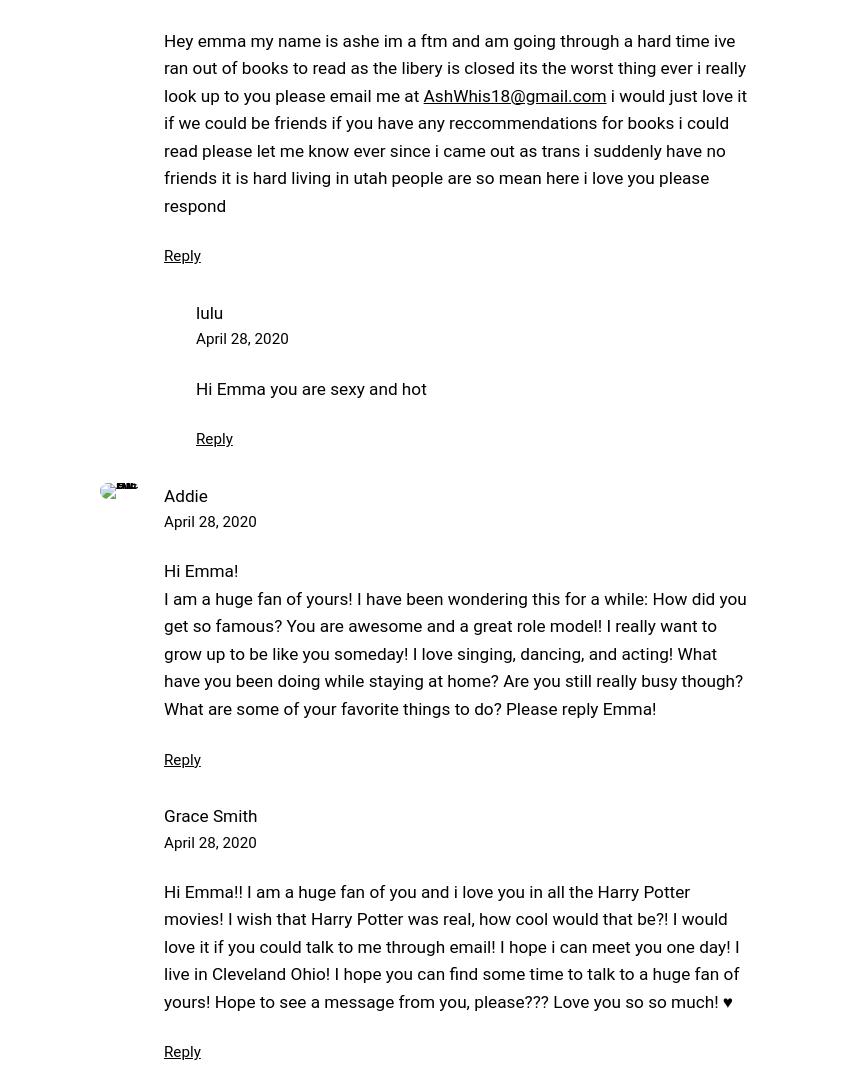 The height and width of the screenshot is (1074, 850). What do you see at coordinates (450, 945) in the screenshot?
I see `'Hi Emma!! I am a huge fan of you and i love you in all the Harry Potter movies! I wish that Harry Potter was real, how cool would that be?! I would love it if you could talk to me through email! I hope i can meet you one day! I live in Cleveland Ohio! I hope you can find some time to talk to a huge fan of yours! Hope to see a message from you, please??? Love you so so much! ♥'` at bounding box center [450, 945].